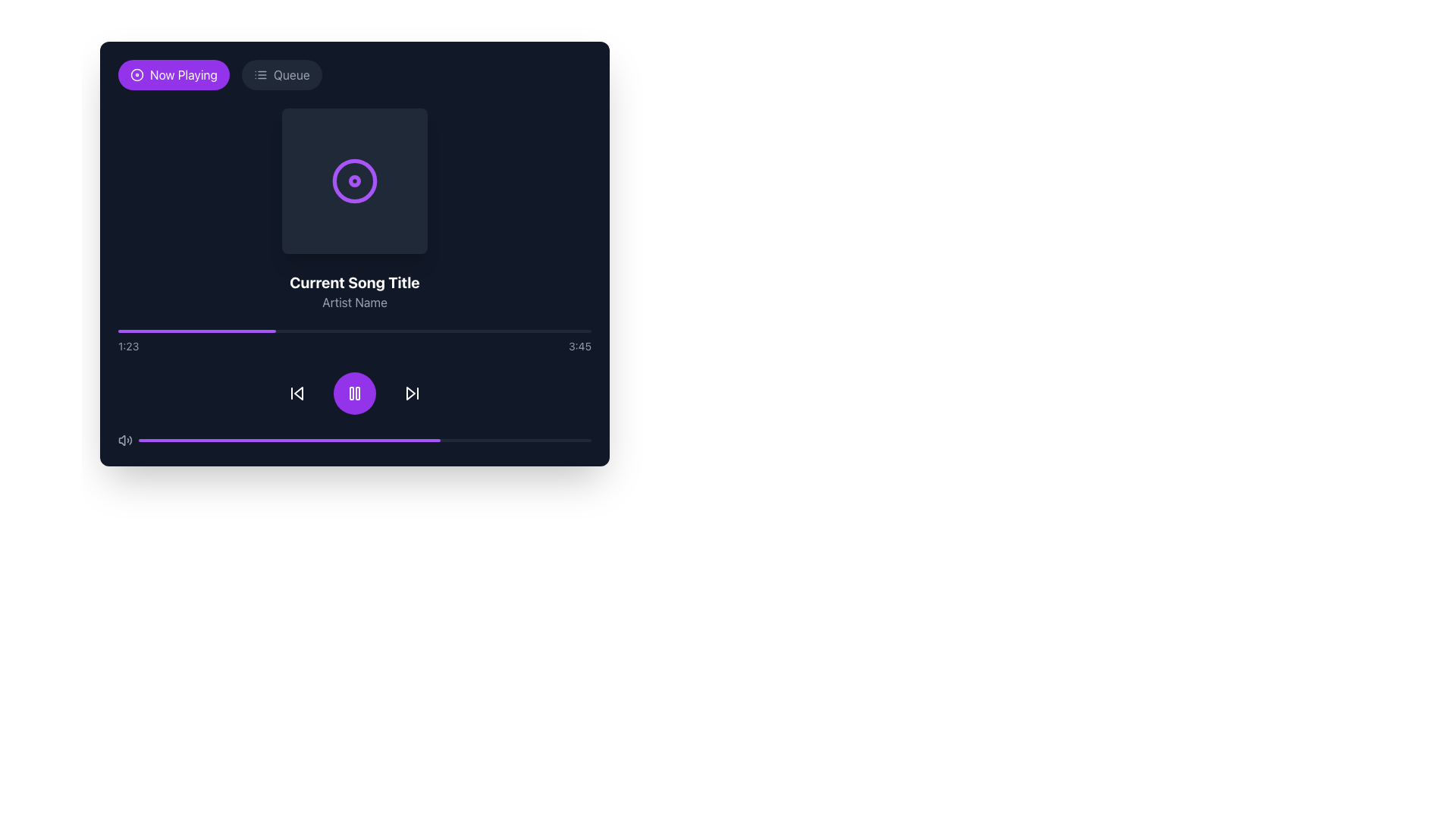  I want to click on the playback progress, so click(448, 330).